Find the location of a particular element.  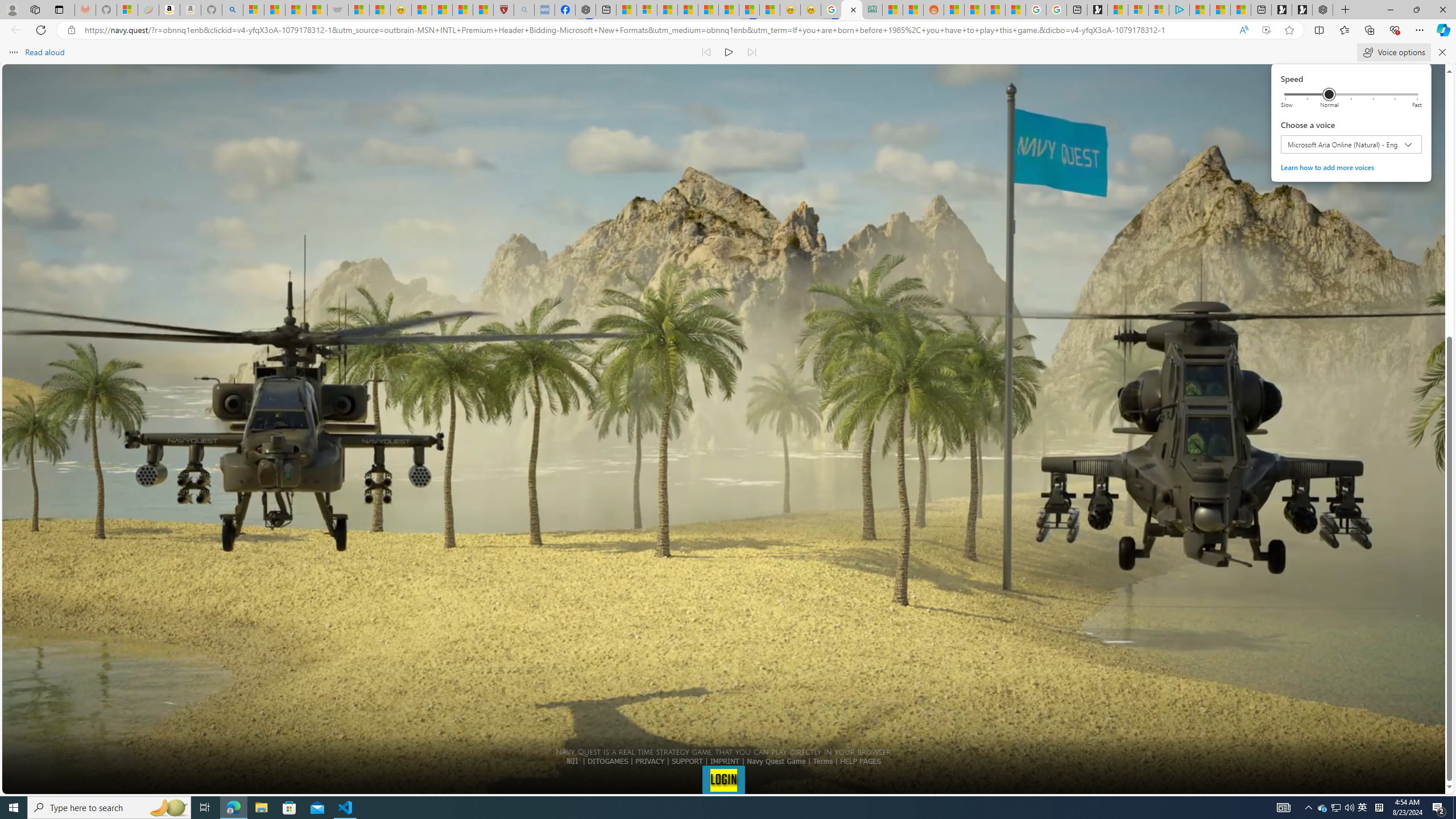

'Visual Studio Code - 1 running window' is located at coordinates (345, 806).